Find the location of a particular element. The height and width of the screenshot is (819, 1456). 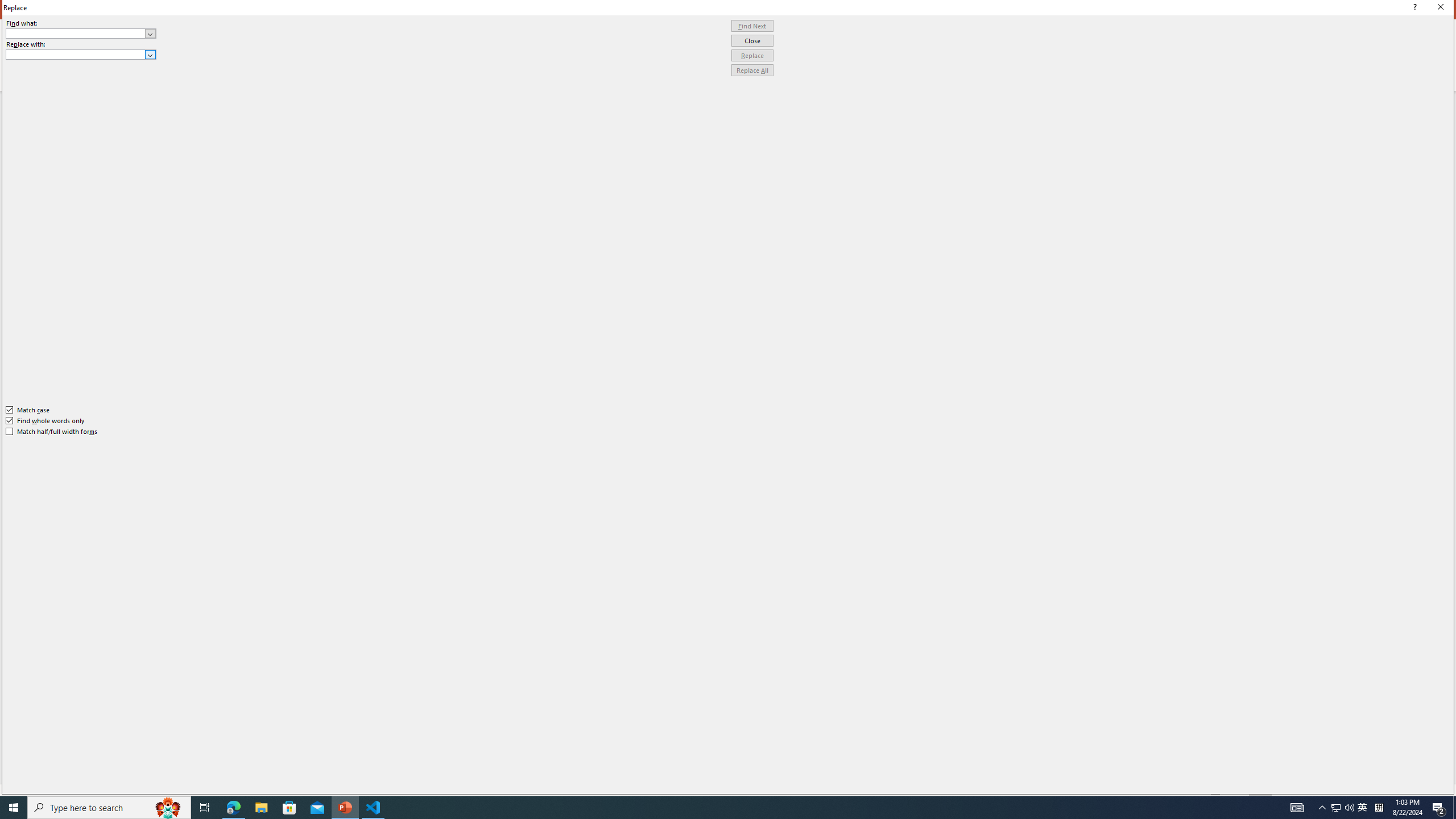

'Replace with' is located at coordinates (81, 54).